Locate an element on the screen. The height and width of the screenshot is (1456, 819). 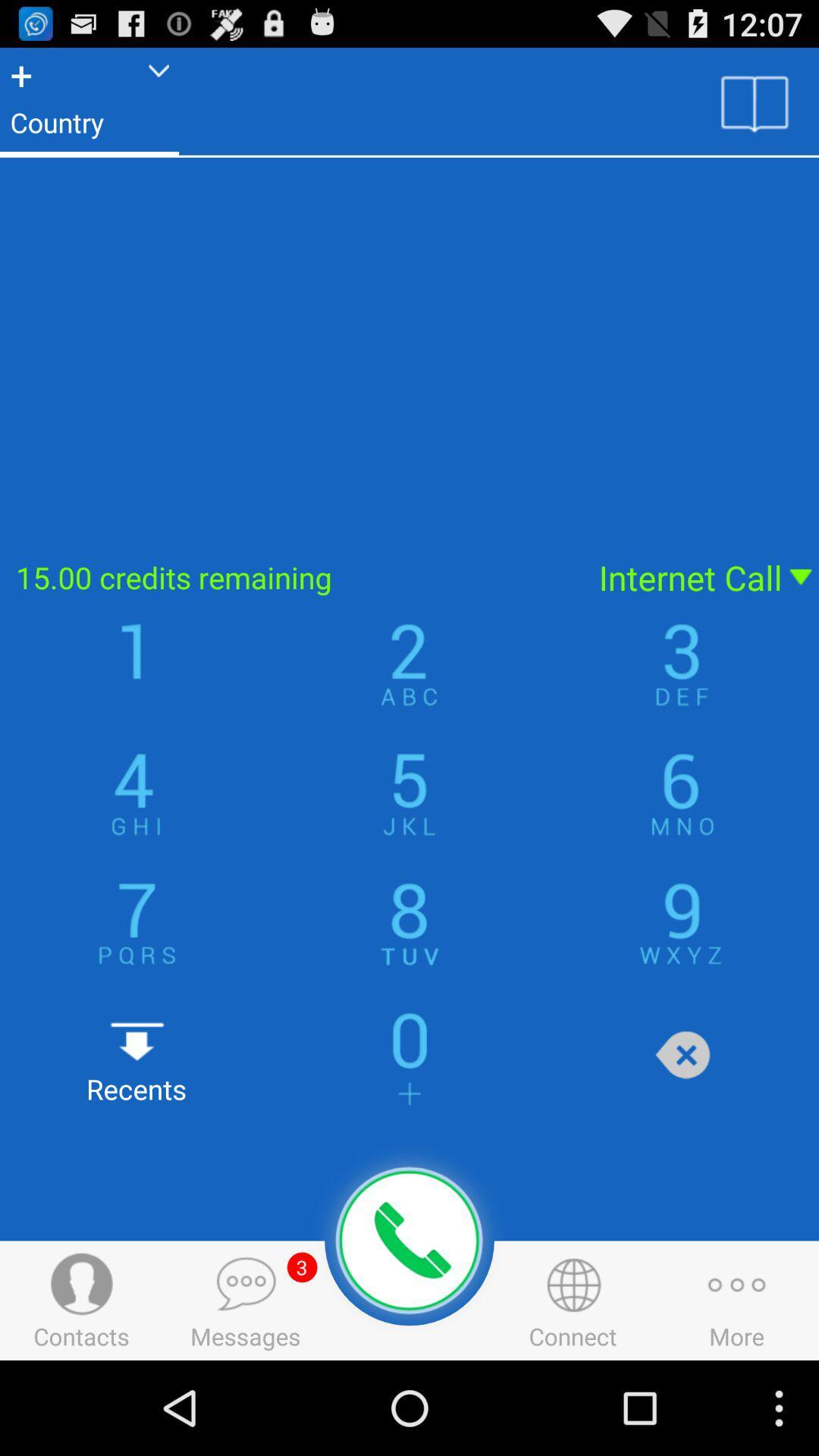
address book is located at coordinates (755, 102).